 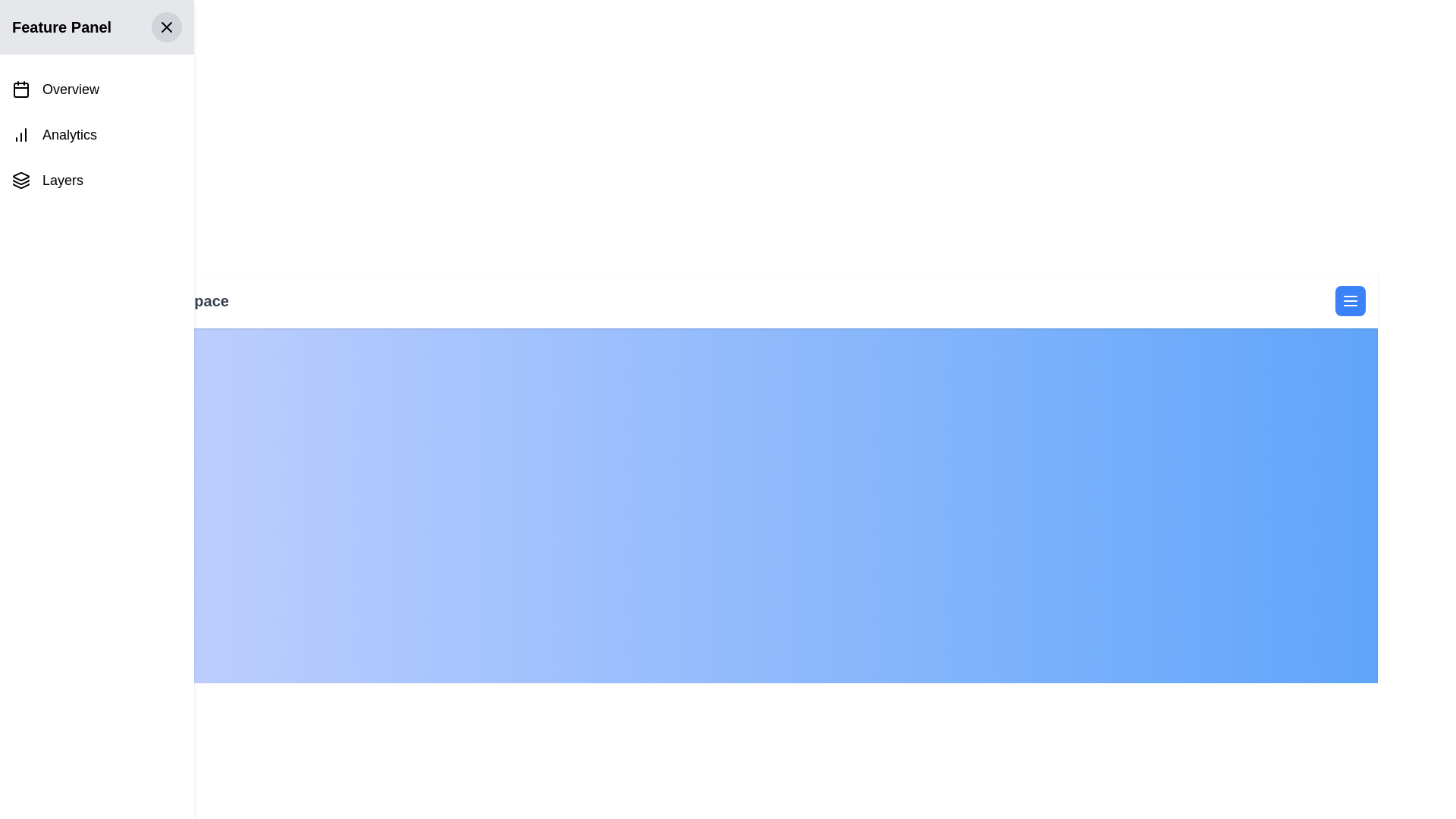 What do you see at coordinates (21, 175) in the screenshot?
I see `the topmost 'Layers' icon in the navigation interface` at bounding box center [21, 175].